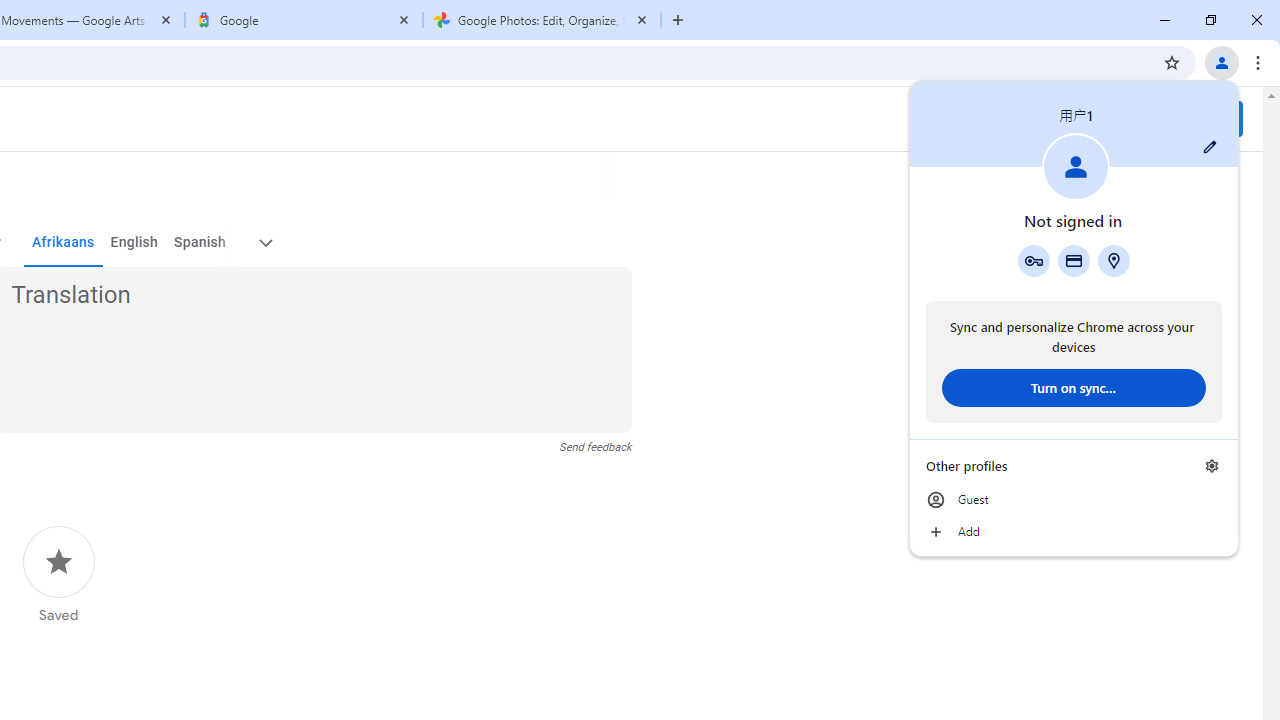 This screenshot has width=1280, height=720. What do you see at coordinates (1033, 260) in the screenshot?
I see `'Google Password Manager'` at bounding box center [1033, 260].